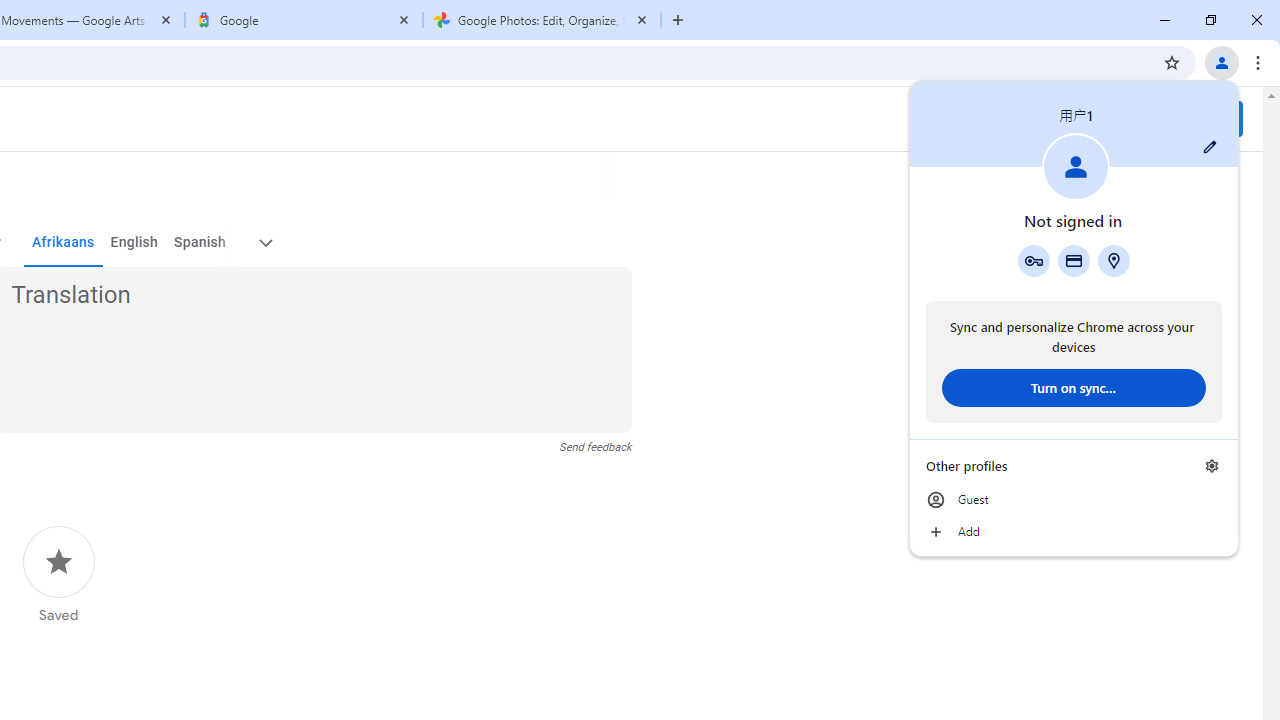 This screenshot has width=1280, height=720. What do you see at coordinates (1033, 260) in the screenshot?
I see `'Google Password Manager'` at bounding box center [1033, 260].